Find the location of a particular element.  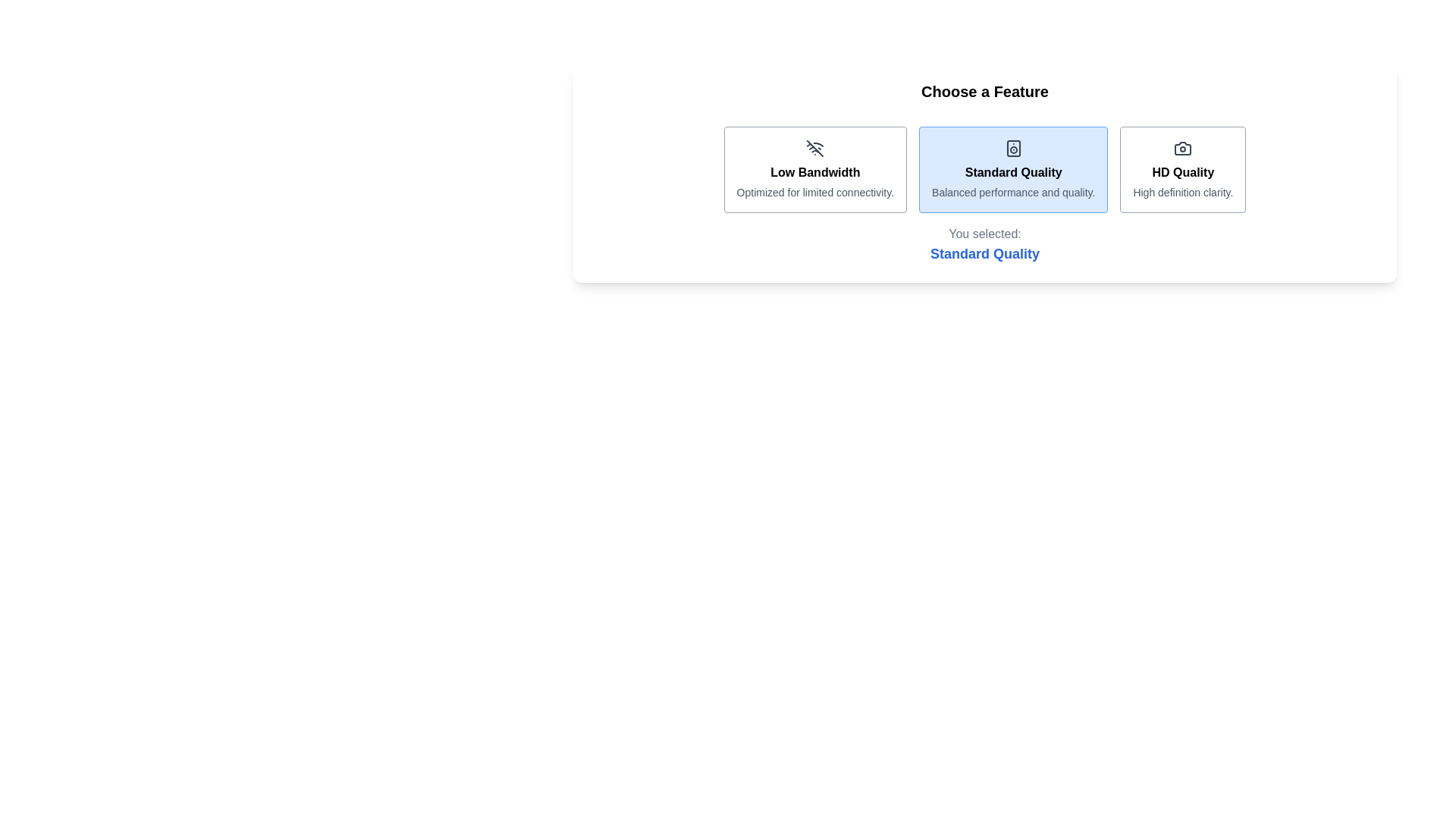

the bold text label reading 'Choose a Feature' positioned at the top of the selection panel is located at coordinates (985, 91).